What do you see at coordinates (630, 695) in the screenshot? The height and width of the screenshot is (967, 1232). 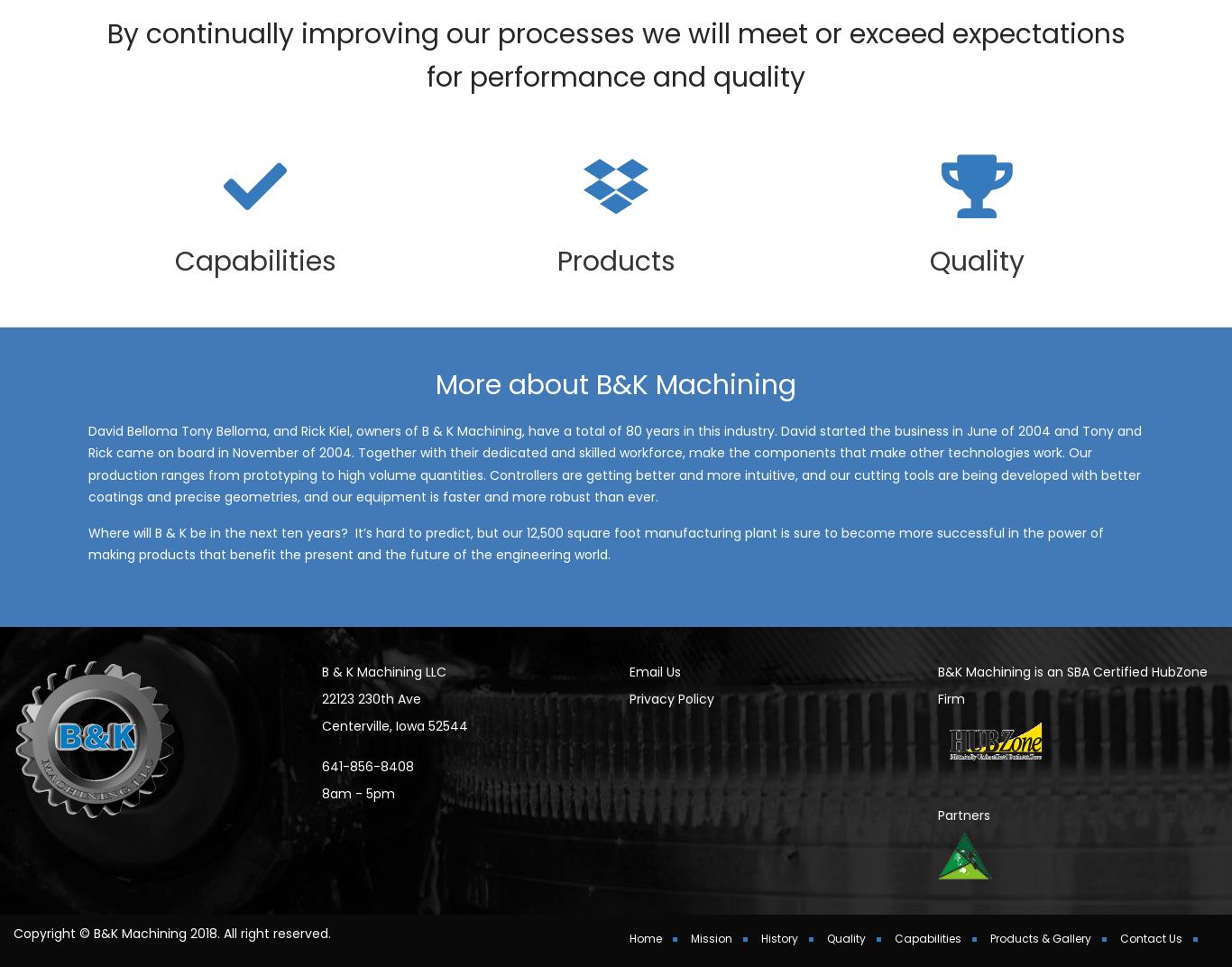 I see `'Email Us'` at bounding box center [630, 695].